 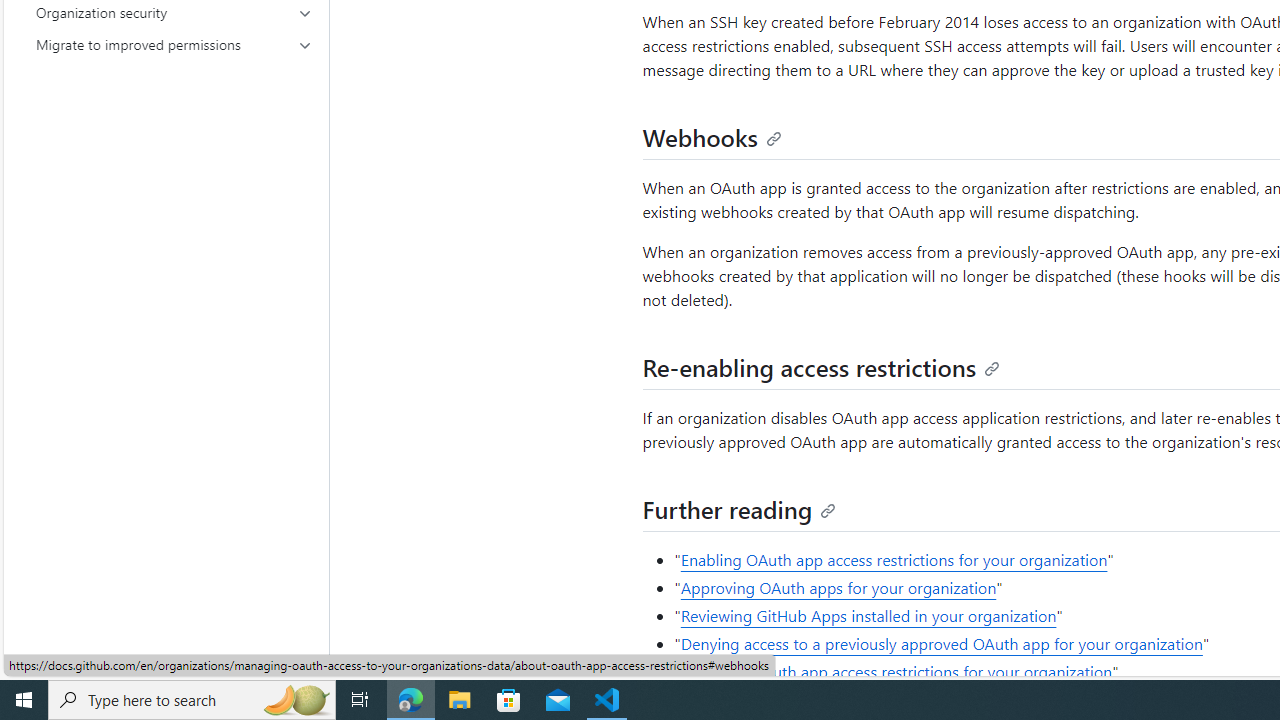 What do you see at coordinates (712, 135) in the screenshot?
I see `'Webhooks'` at bounding box center [712, 135].